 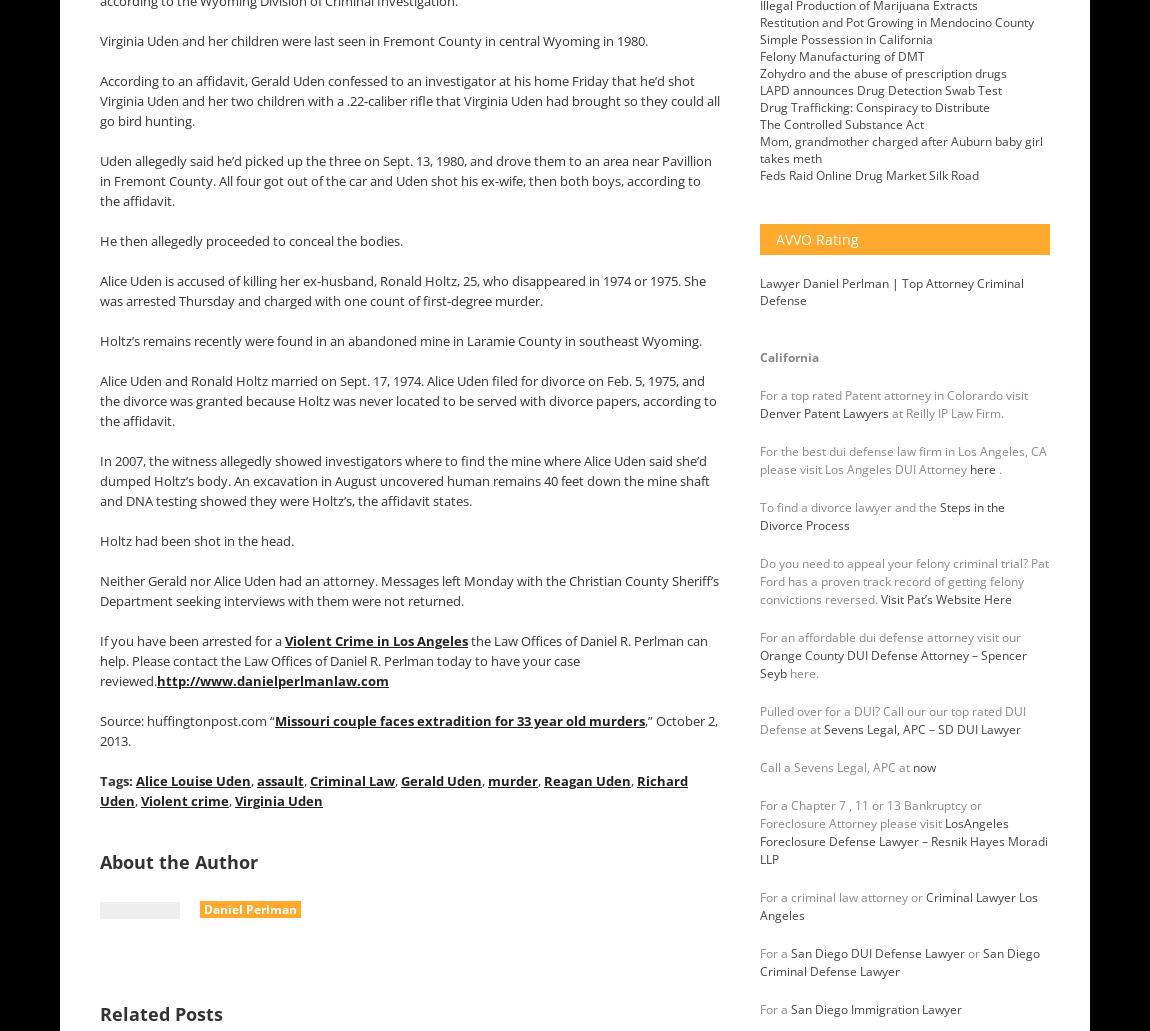 What do you see at coordinates (946, 413) in the screenshot?
I see `'at Reilly IP Law Firm.'` at bounding box center [946, 413].